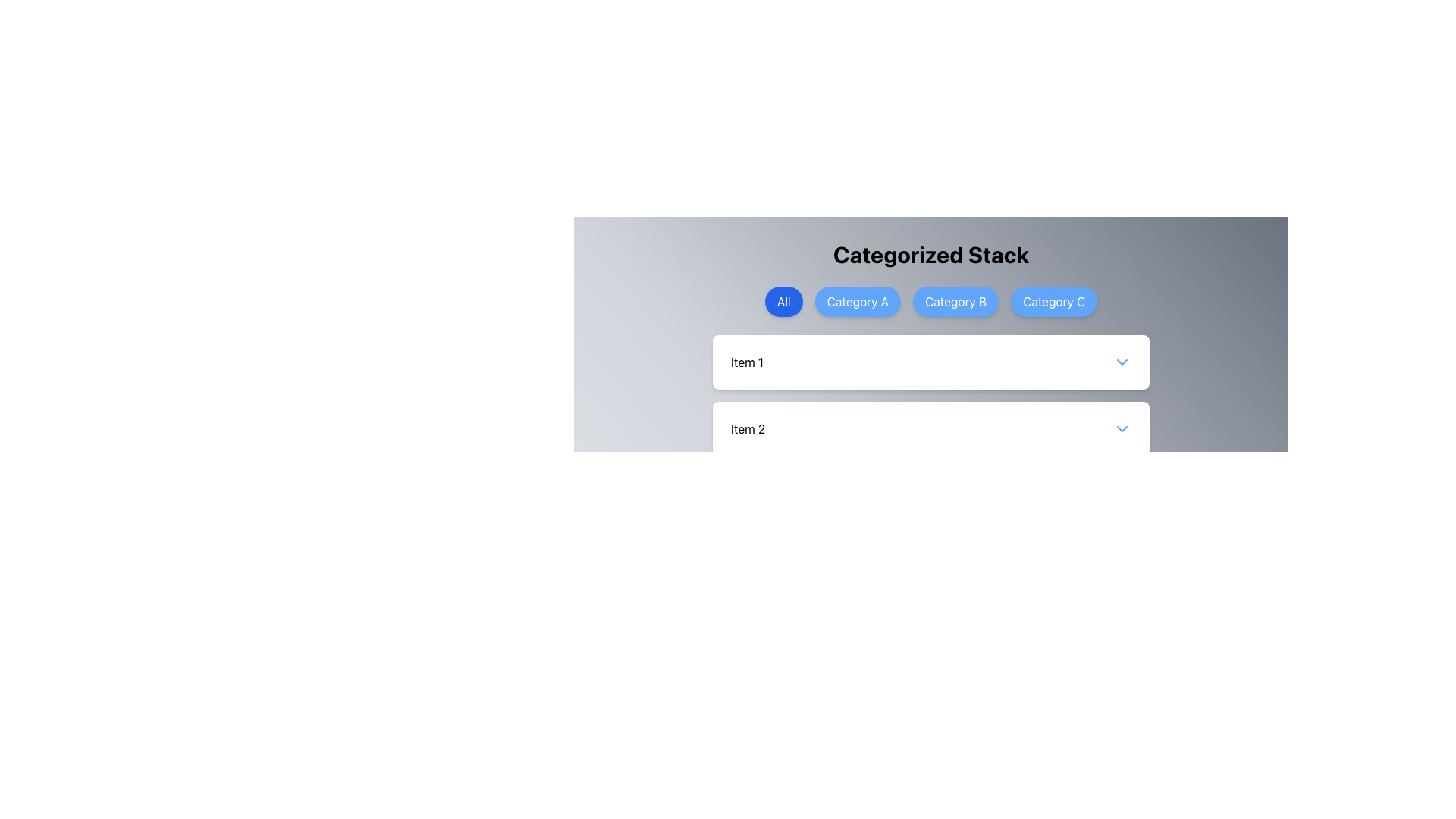  Describe the element at coordinates (1053, 301) in the screenshot. I see `the filter button for 'Category C', which is the last button in a group of four horizontally aligned buttons located in the upper center of the interface` at that location.